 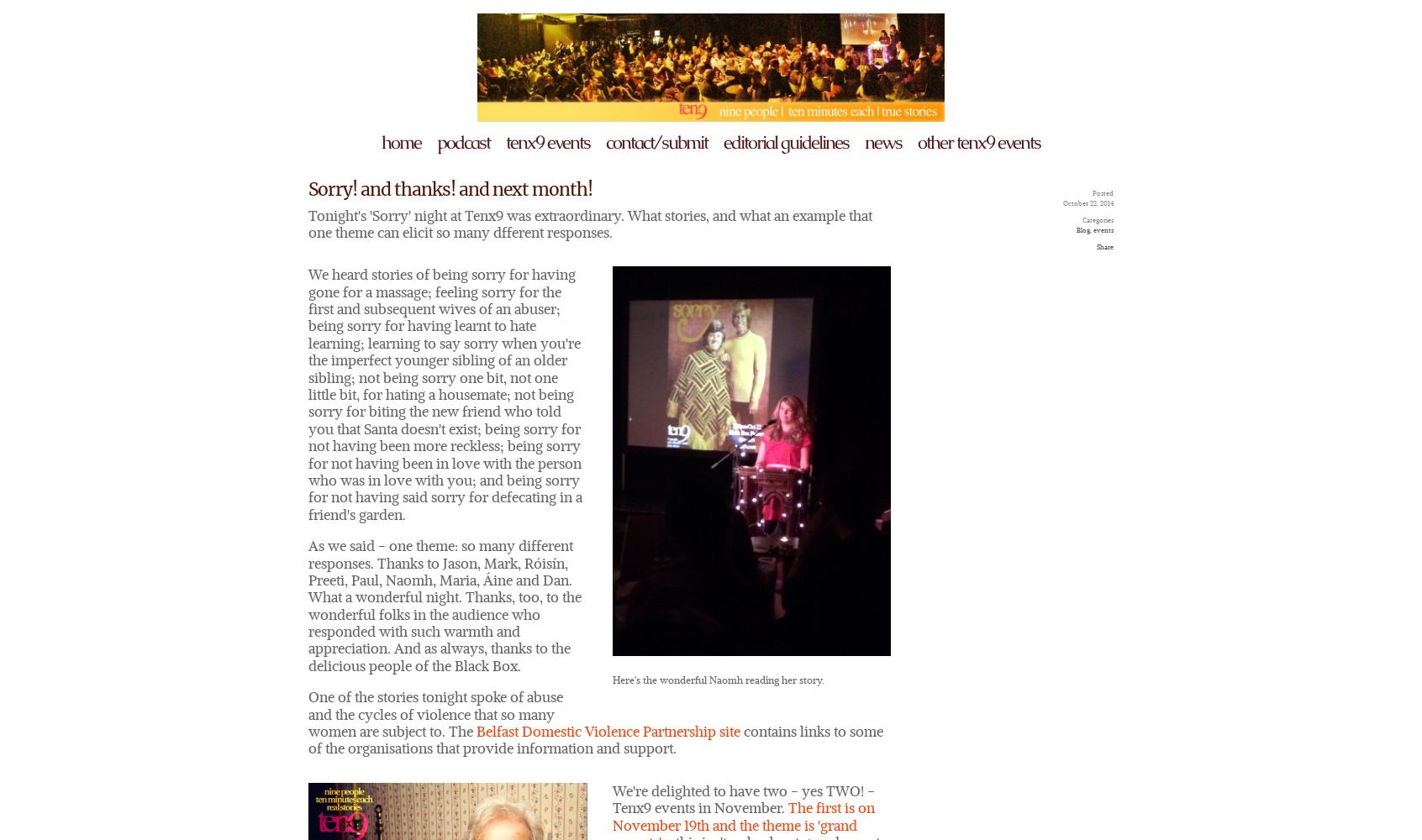 I want to click on 'contains links to some of the organisations that provide information and support.', so click(x=308, y=739).